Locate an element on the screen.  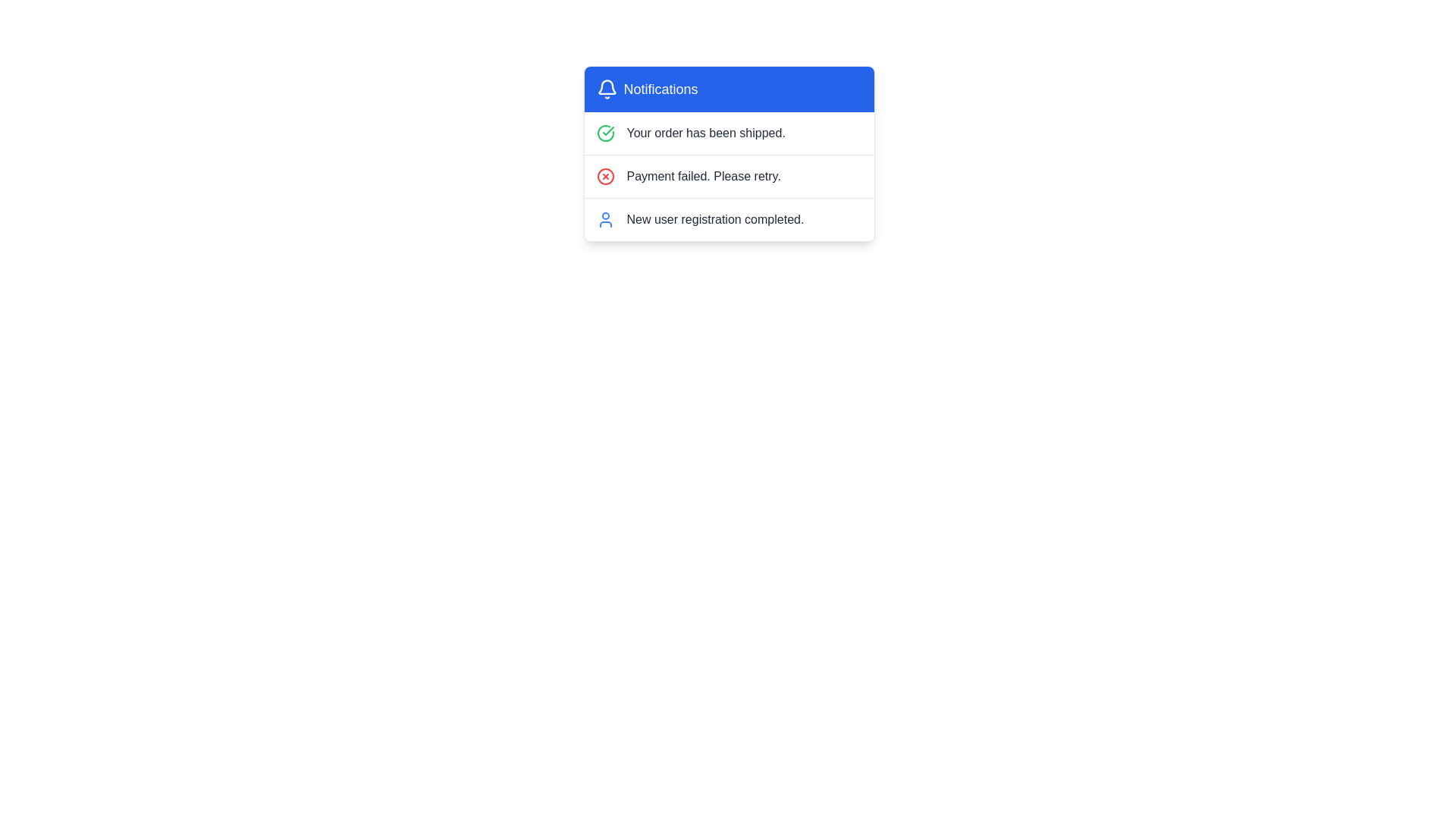
the user profile icon, which has a blue outline and is part of the notification item indicating 'New user registration completed.' is located at coordinates (604, 219).